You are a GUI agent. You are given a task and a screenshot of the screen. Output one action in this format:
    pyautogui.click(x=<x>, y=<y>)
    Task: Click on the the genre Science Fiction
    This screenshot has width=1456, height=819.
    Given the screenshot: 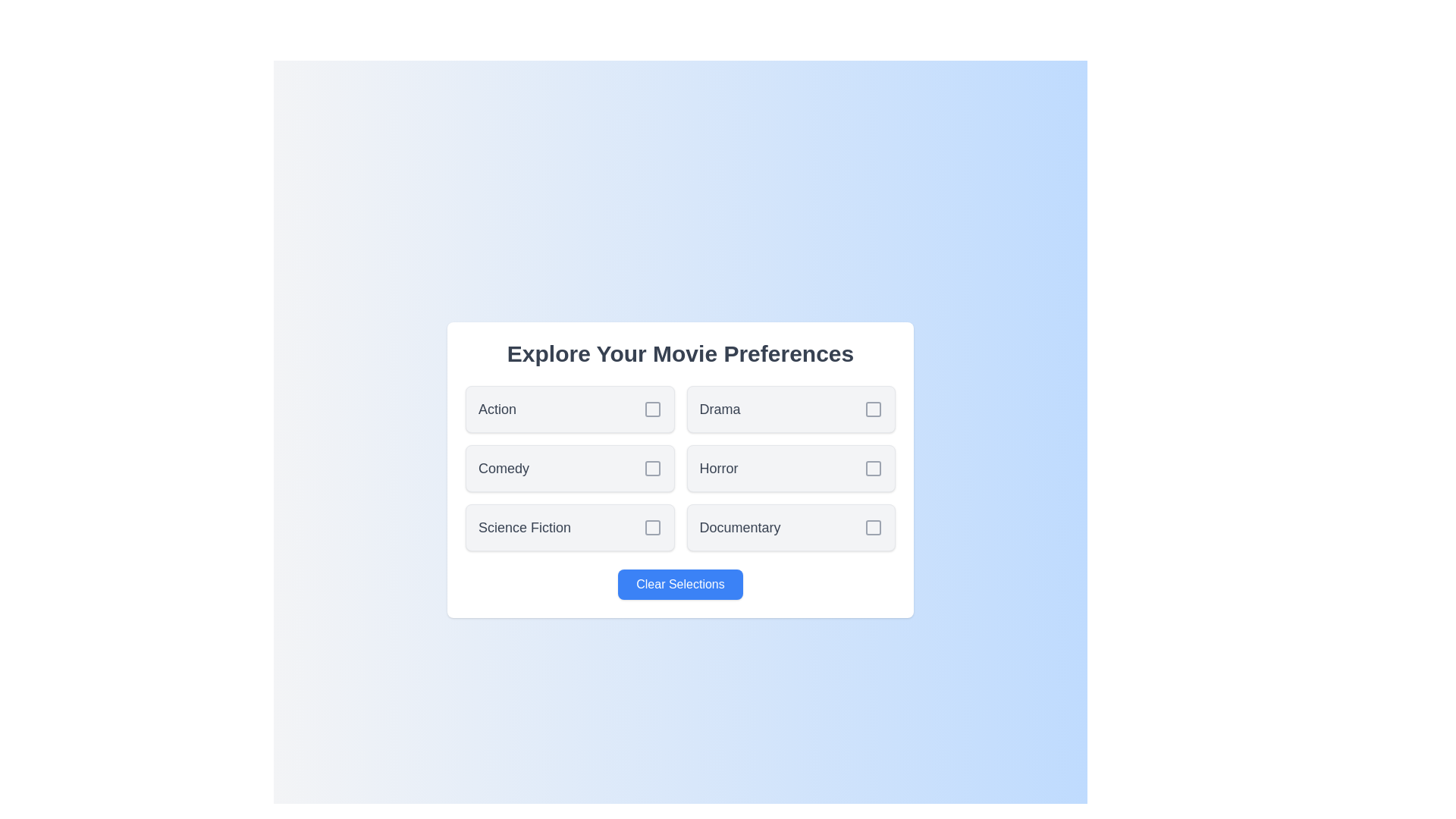 What is the action you would take?
    pyautogui.click(x=569, y=526)
    